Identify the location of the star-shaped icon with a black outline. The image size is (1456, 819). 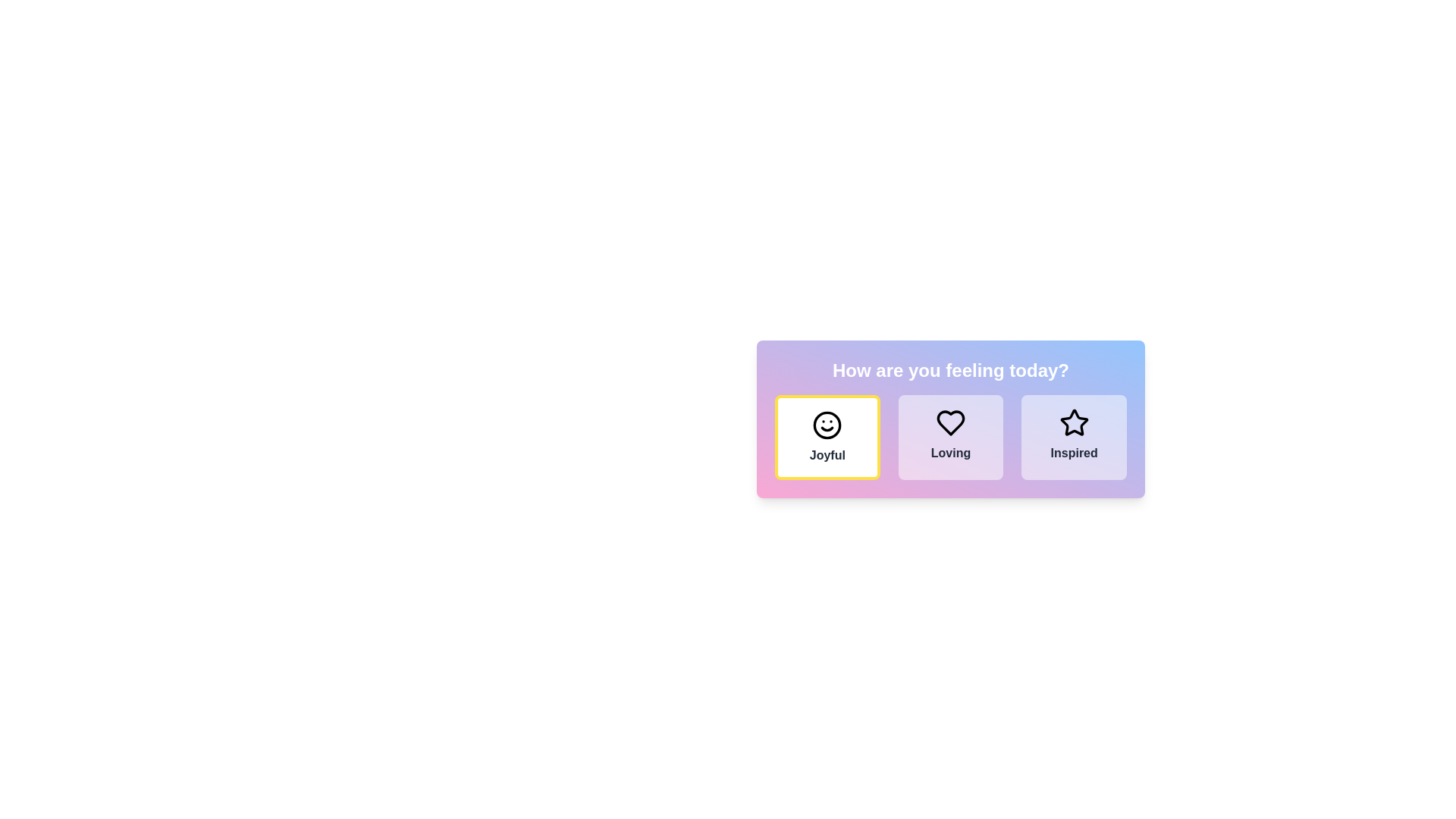
(1073, 423).